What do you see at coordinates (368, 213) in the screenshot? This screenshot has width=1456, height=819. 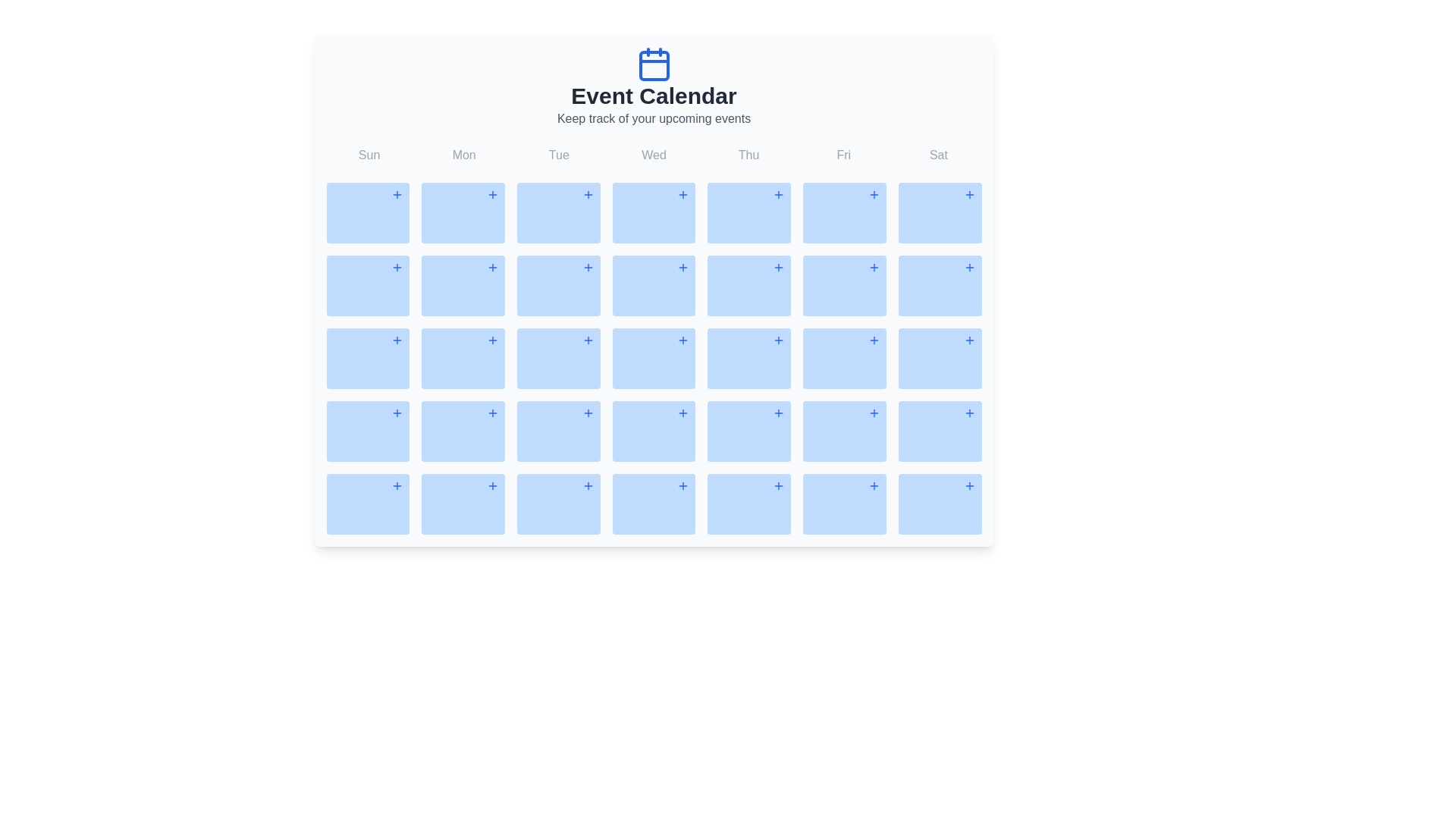 I see `the interactive calendar cell for 'Sun'` at bounding box center [368, 213].